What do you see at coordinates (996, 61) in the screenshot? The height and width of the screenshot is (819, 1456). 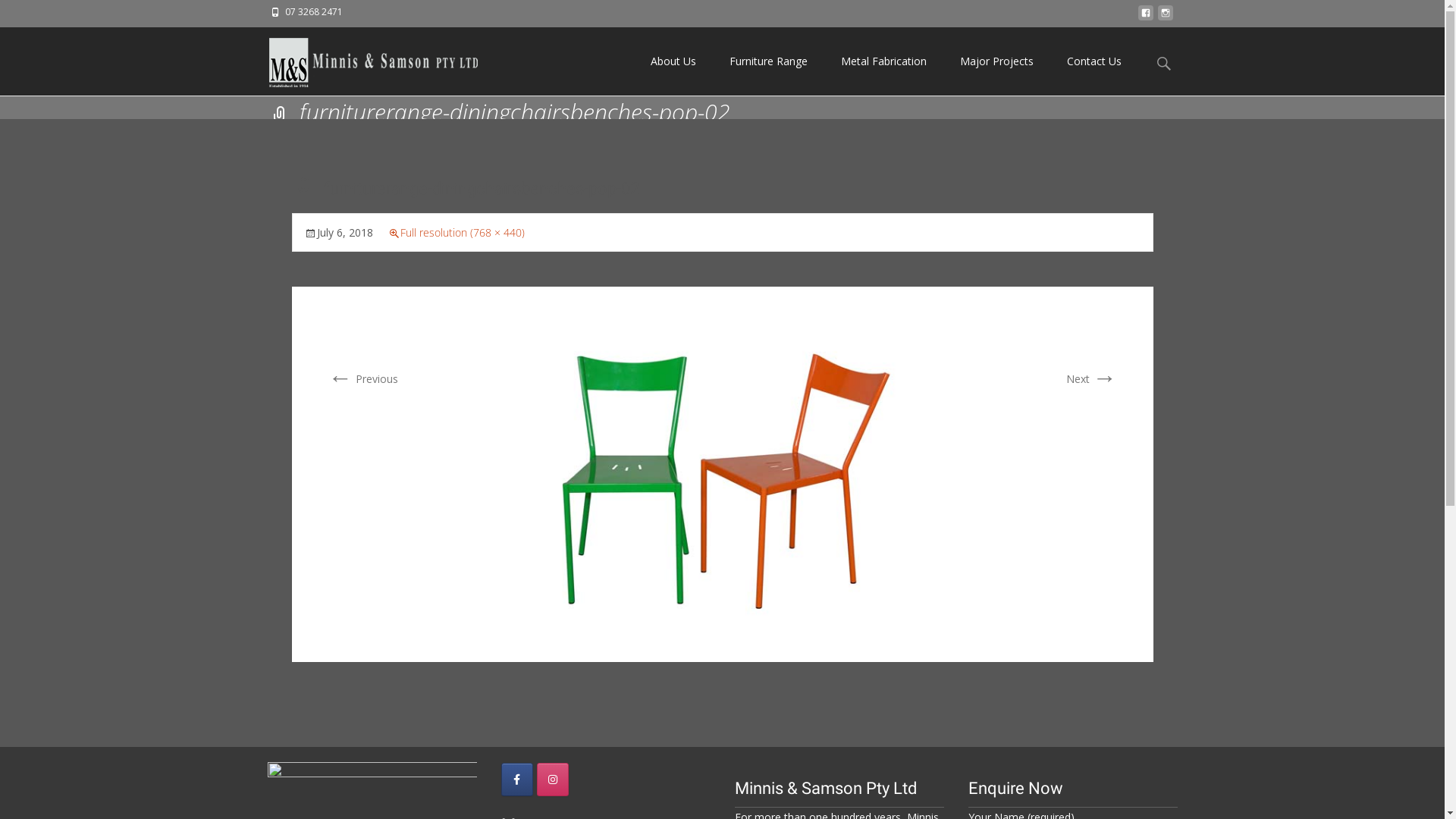 I see `'Major Projects'` at bounding box center [996, 61].